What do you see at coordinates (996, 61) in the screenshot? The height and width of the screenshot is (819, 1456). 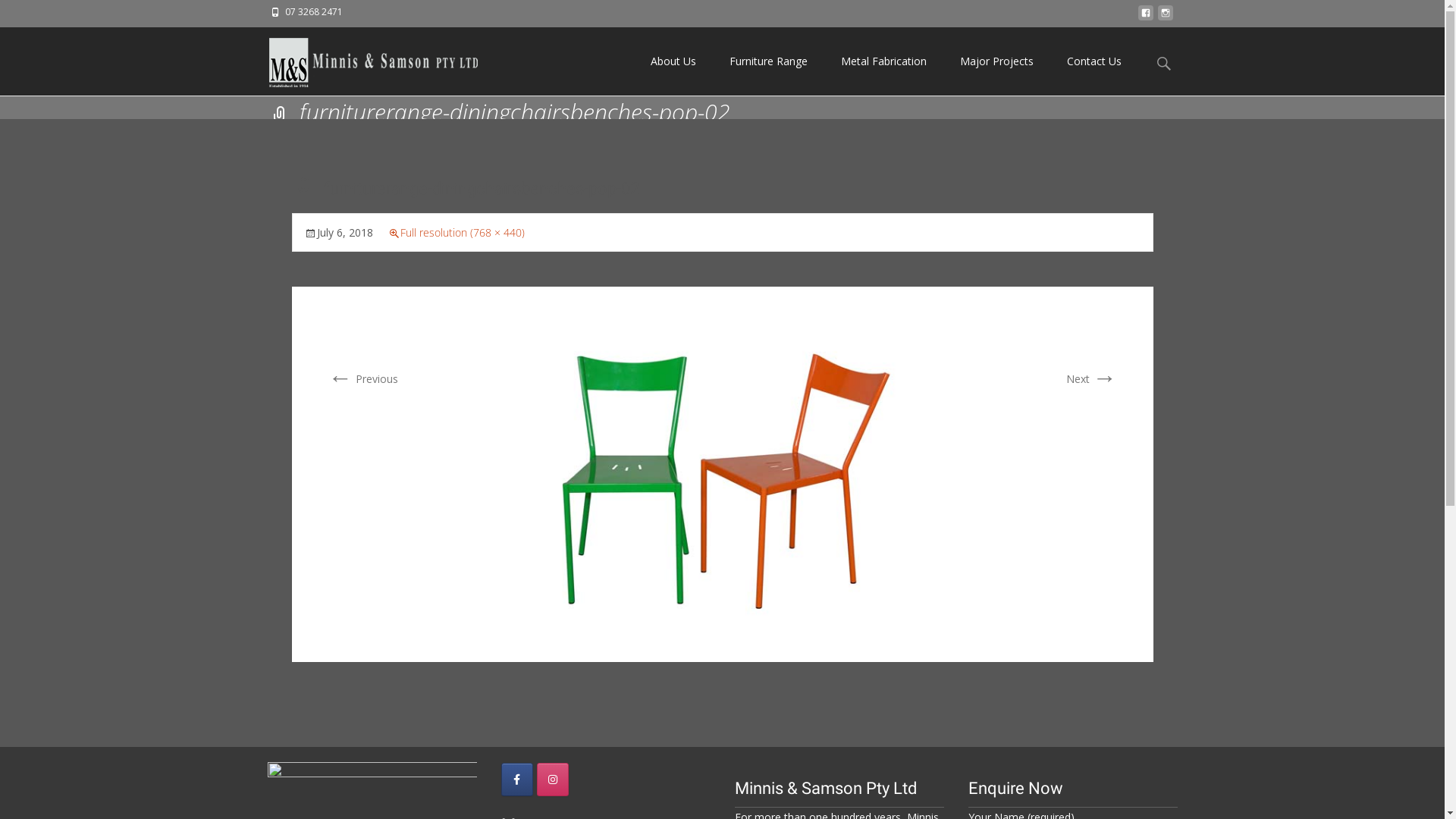 I see `'Major Projects'` at bounding box center [996, 61].